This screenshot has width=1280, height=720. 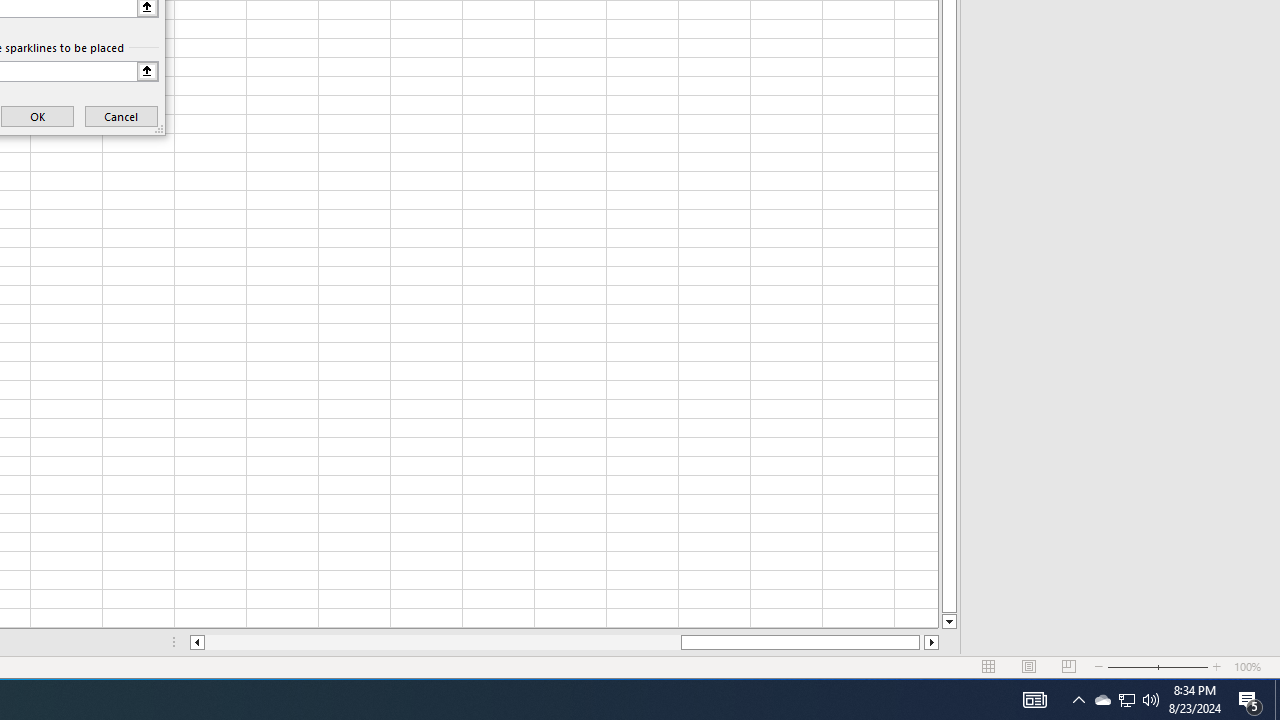 What do you see at coordinates (1132, 667) in the screenshot?
I see `'Zoom Out'` at bounding box center [1132, 667].